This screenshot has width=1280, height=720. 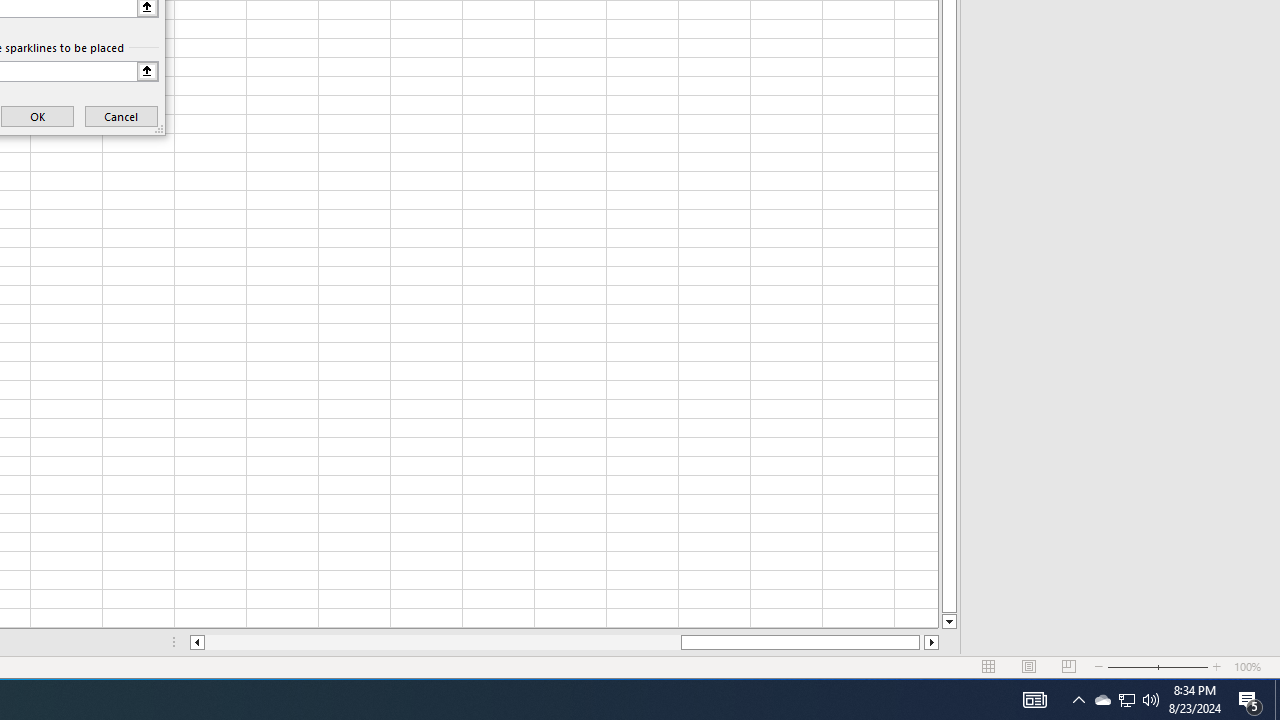 What do you see at coordinates (1132, 667) in the screenshot?
I see `'Zoom Out'` at bounding box center [1132, 667].